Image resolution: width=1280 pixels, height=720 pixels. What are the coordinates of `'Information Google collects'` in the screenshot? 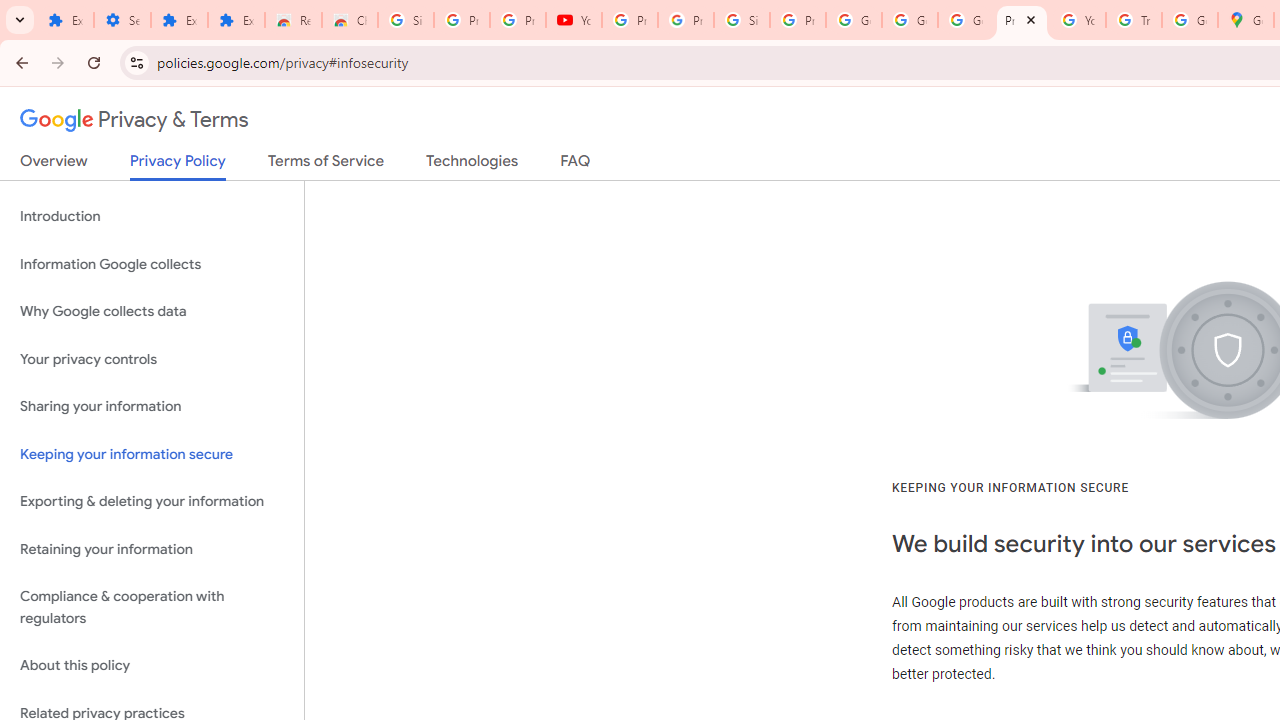 It's located at (151, 263).